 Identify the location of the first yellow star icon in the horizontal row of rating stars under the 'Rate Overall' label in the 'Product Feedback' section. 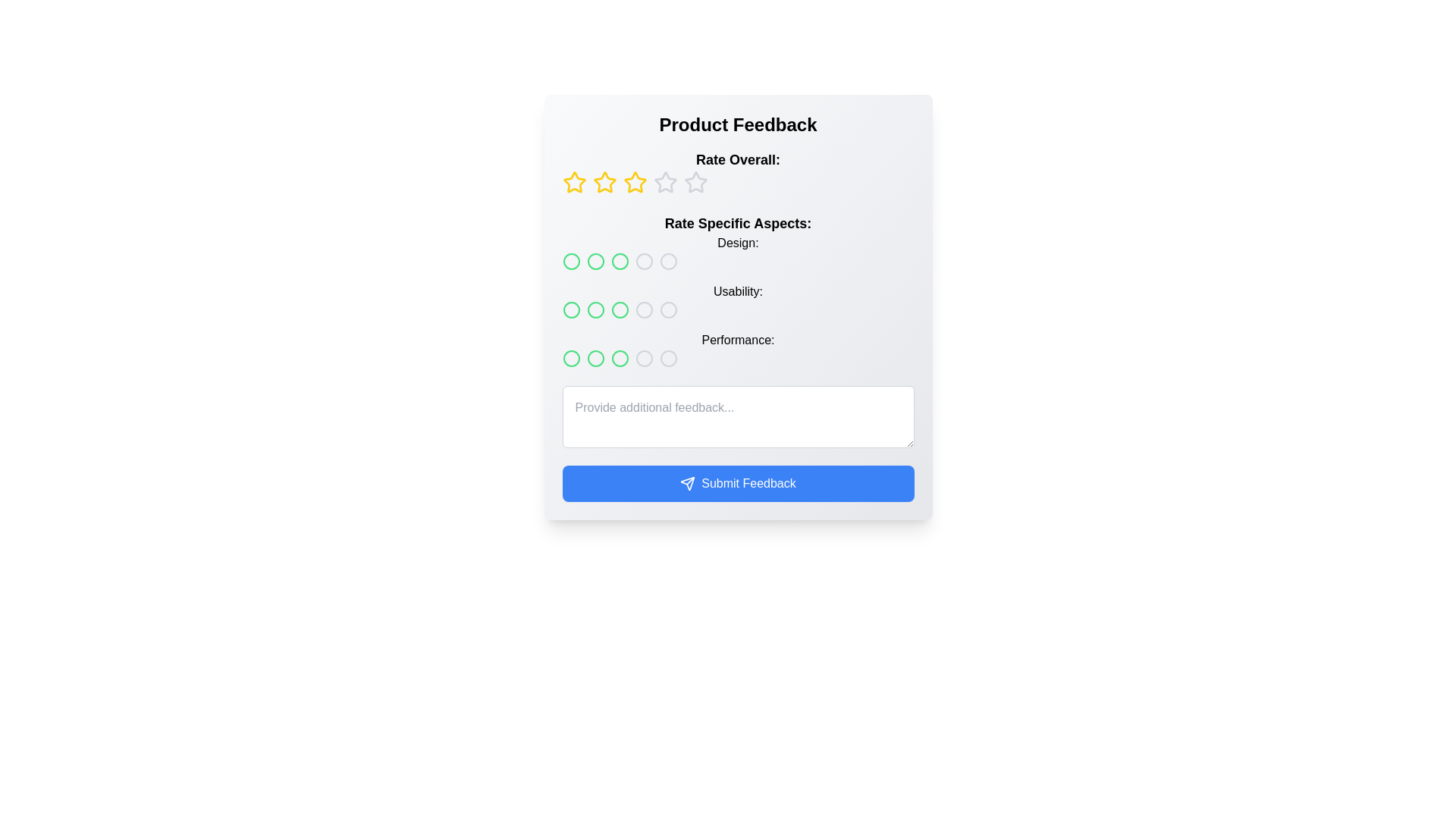
(573, 180).